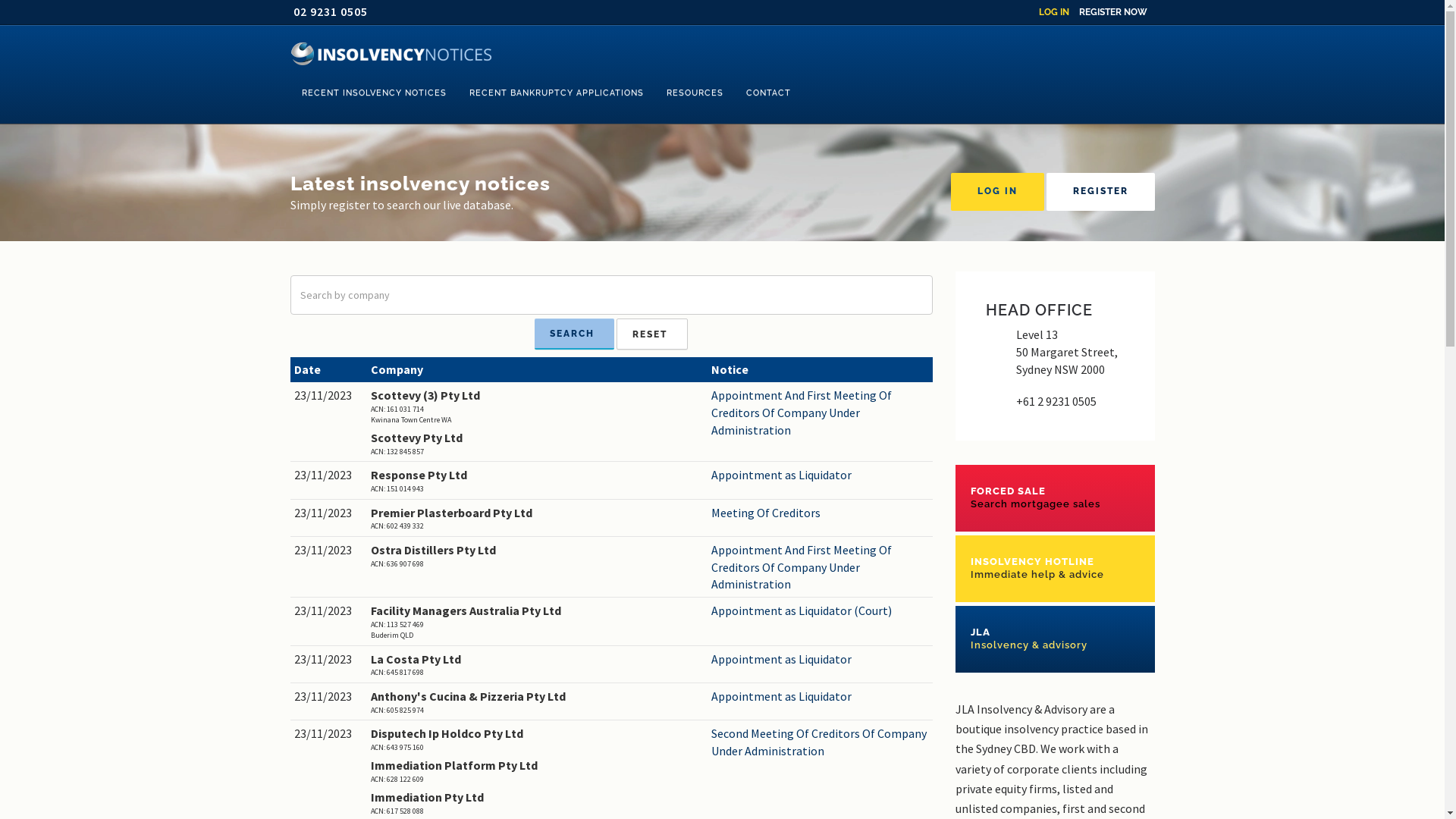  Describe the element at coordinates (819, 742) in the screenshot. I see `'Second Meeting Of Creditors Of Company Under Administration'` at that location.